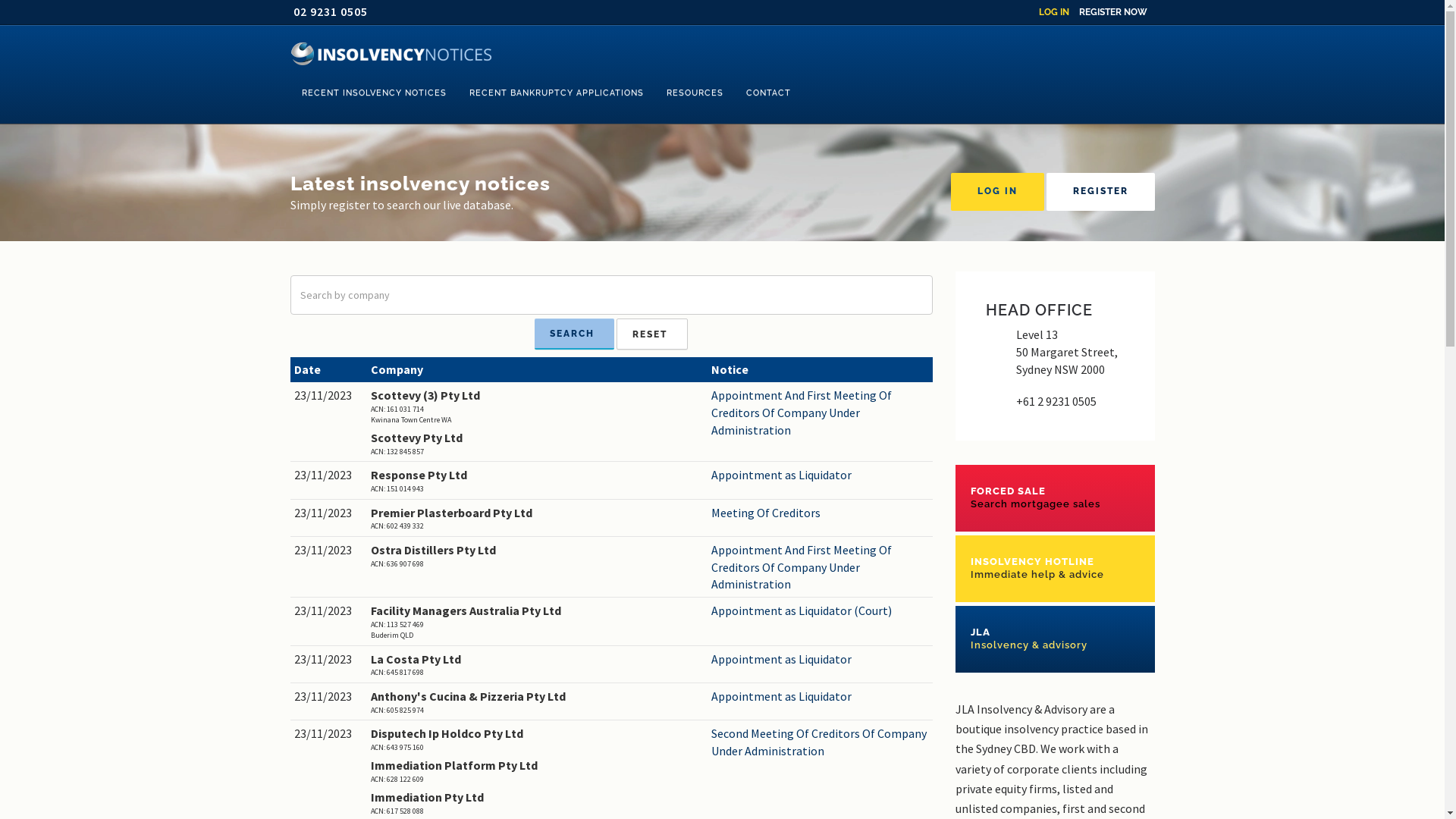  Describe the element at coordinates (819, 742) in the screenshot. I see `'Second Meeting Of Creditors Of Company Under Administration'` at that location.